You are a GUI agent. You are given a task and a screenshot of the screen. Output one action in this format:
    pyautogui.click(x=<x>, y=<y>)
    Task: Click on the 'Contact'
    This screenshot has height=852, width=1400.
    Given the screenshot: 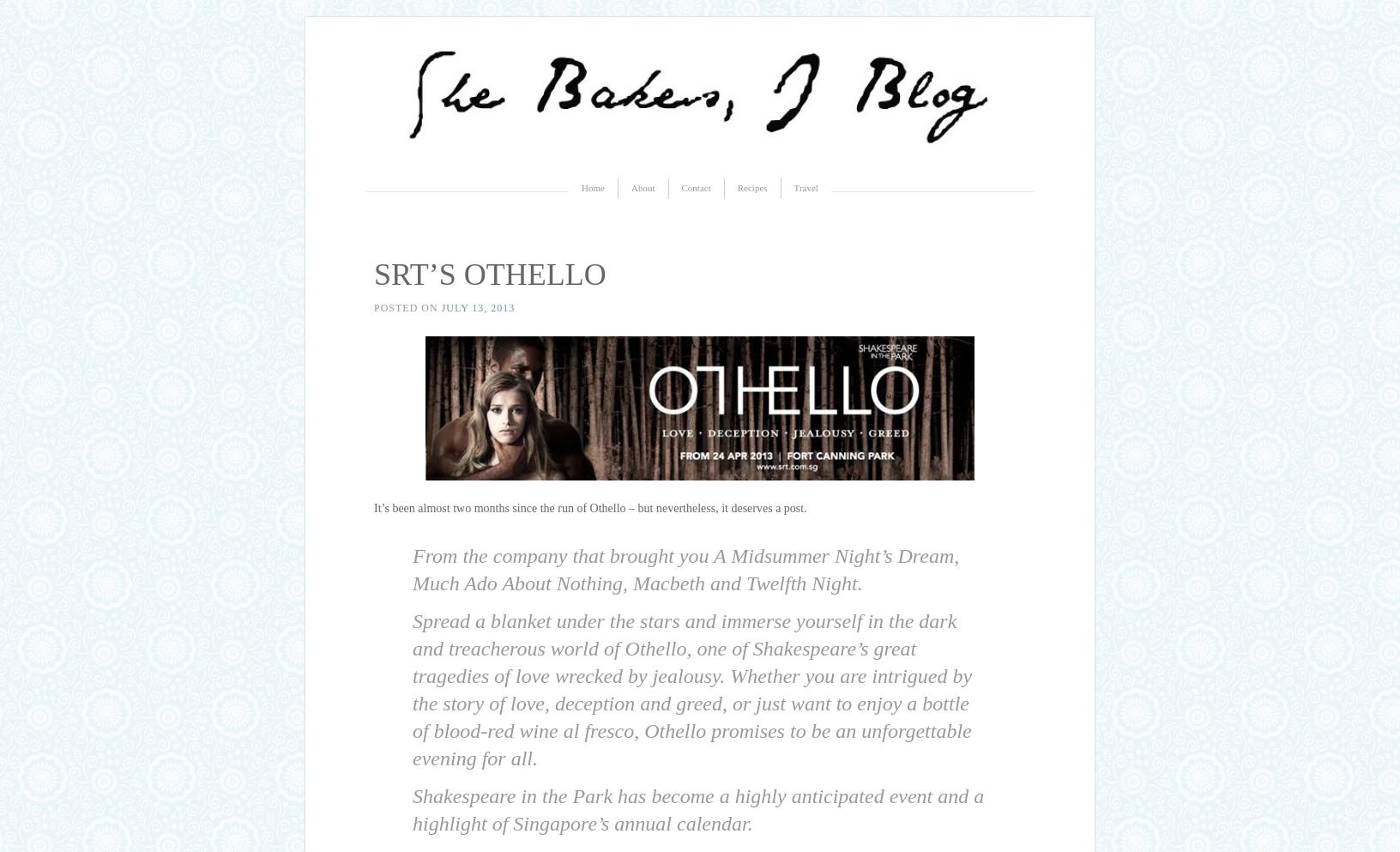 What is the action you would take?
    pyautogui.click(x=695, y=187)
    